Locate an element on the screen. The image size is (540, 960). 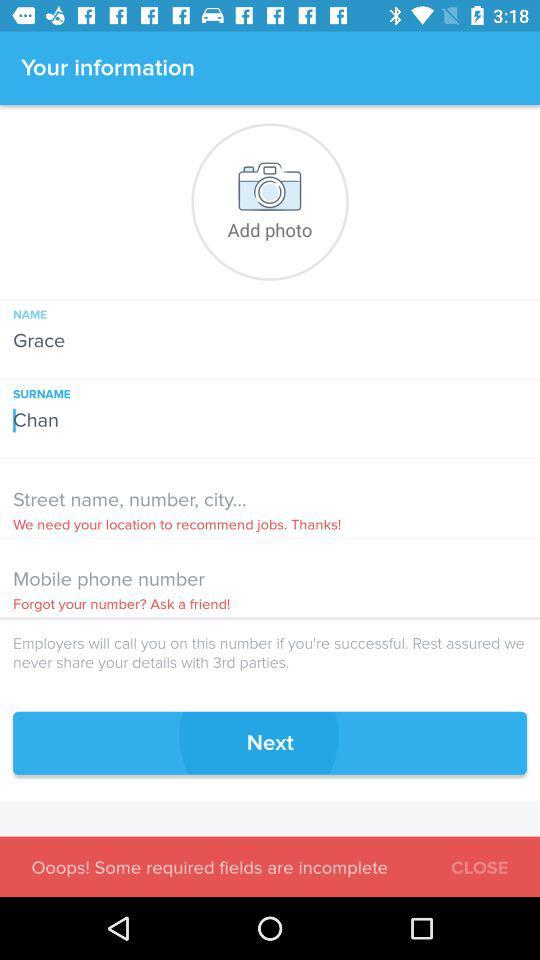
the icon below the next is located at coordinates (478, 864).